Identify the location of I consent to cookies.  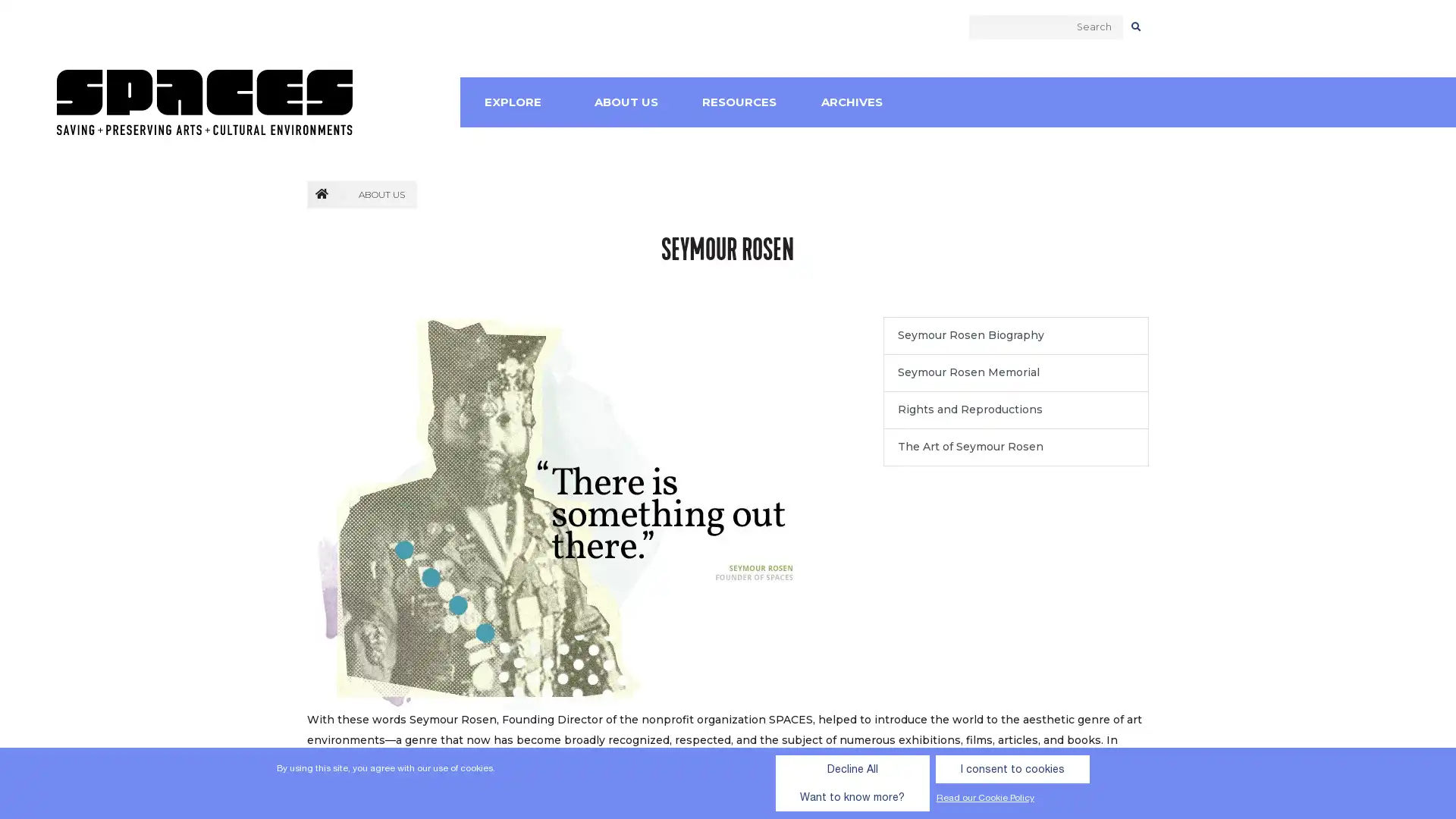
(870, 796).